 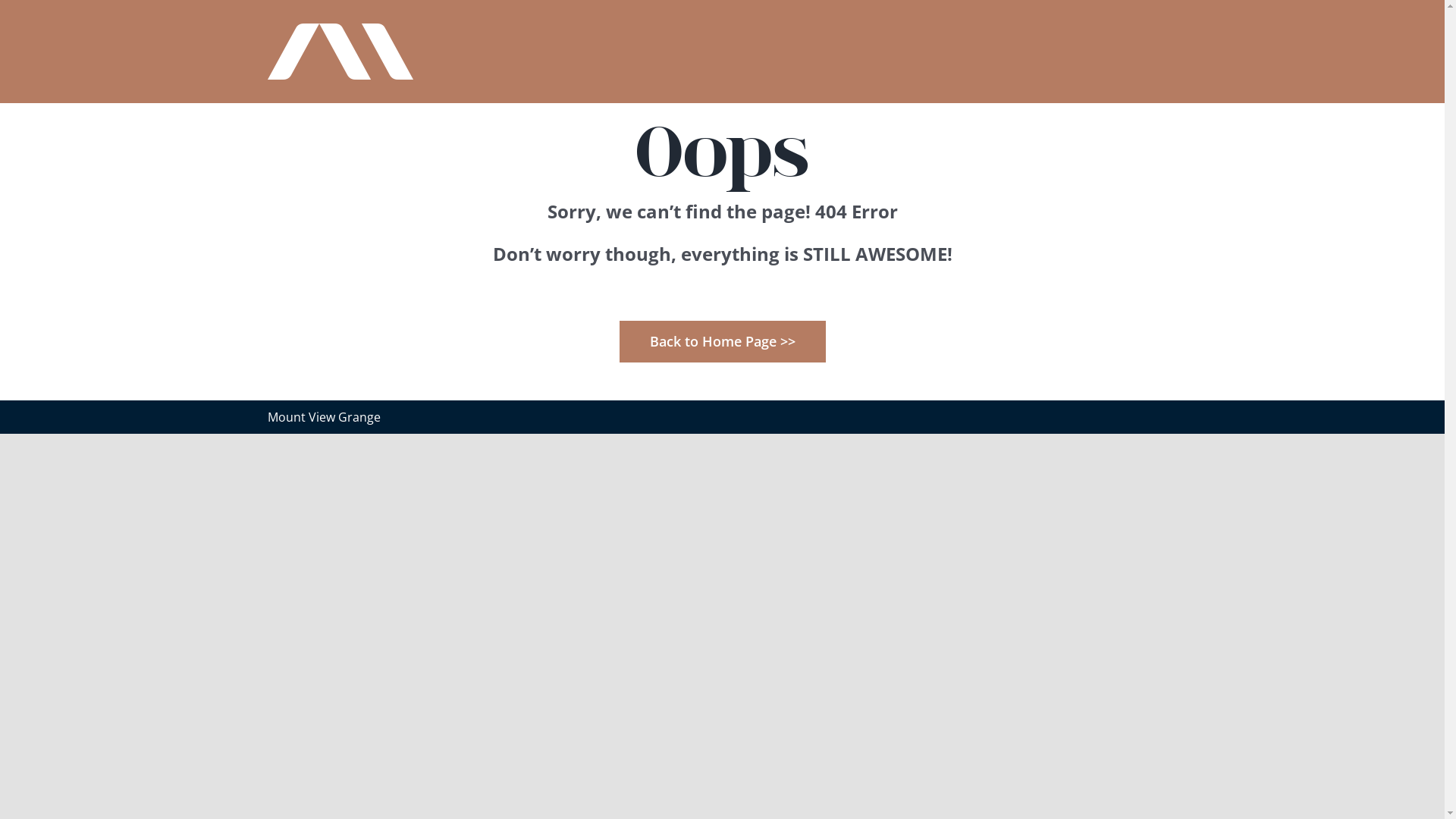 I want to click on 'Back to Home Page >>', so click(x=720, y=340).